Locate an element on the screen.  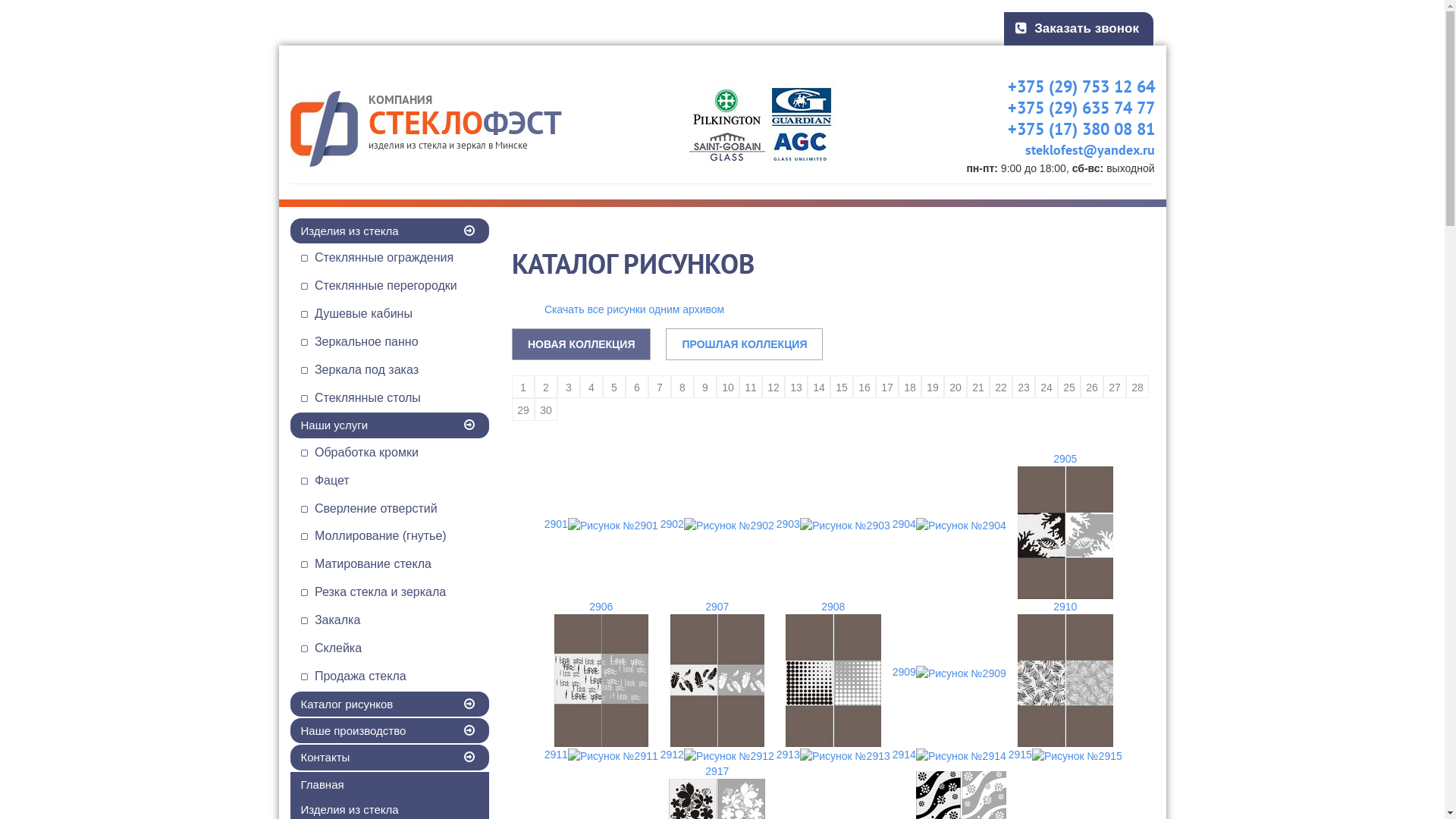
'3' is located at coordinates (556, 385).